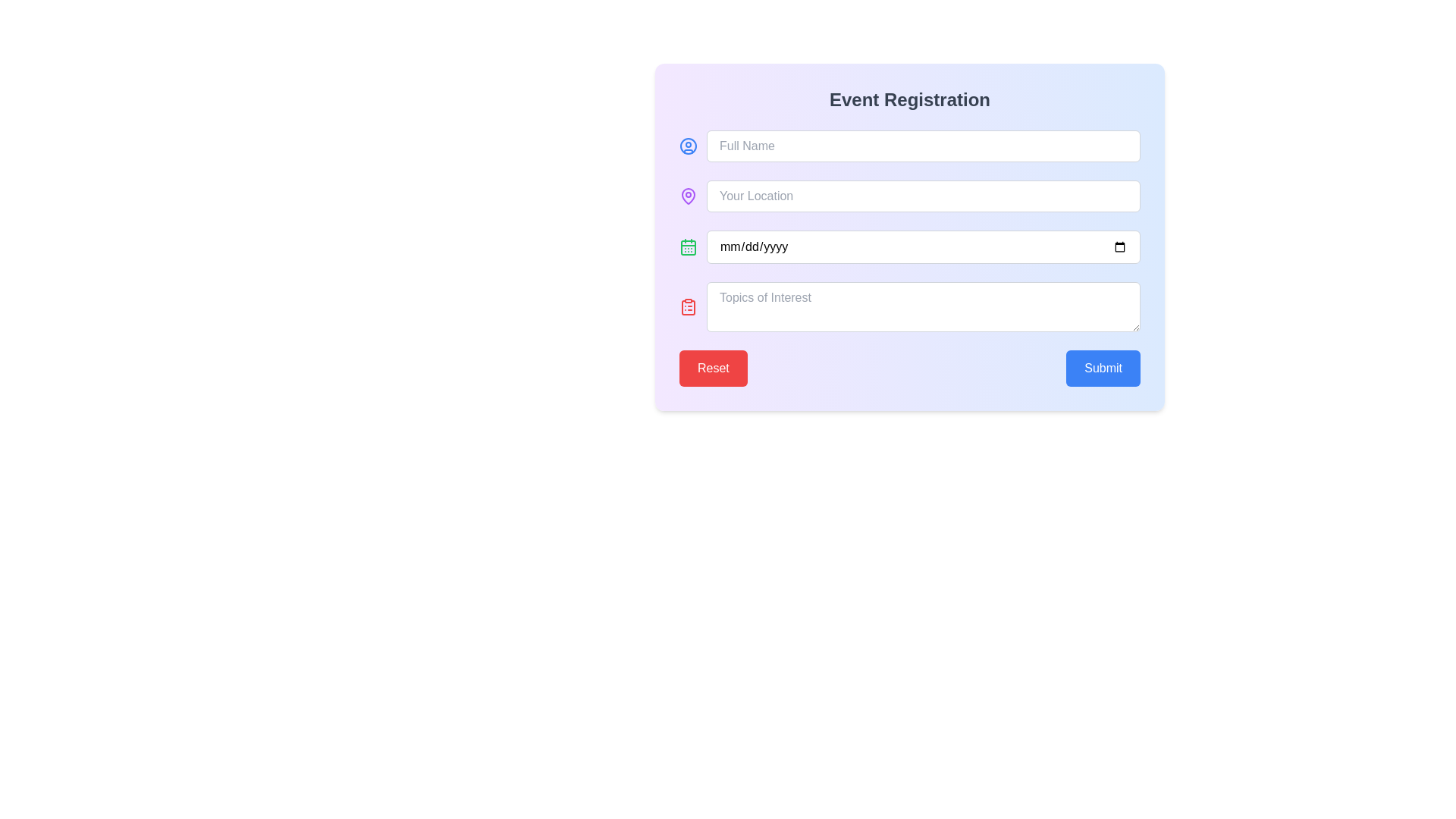  Describe the element at coordinates (687, 247) in the screenshot. I see `the calendar icon component within the SVG that serves to emphasize the date input field located to the left of it` at that location.